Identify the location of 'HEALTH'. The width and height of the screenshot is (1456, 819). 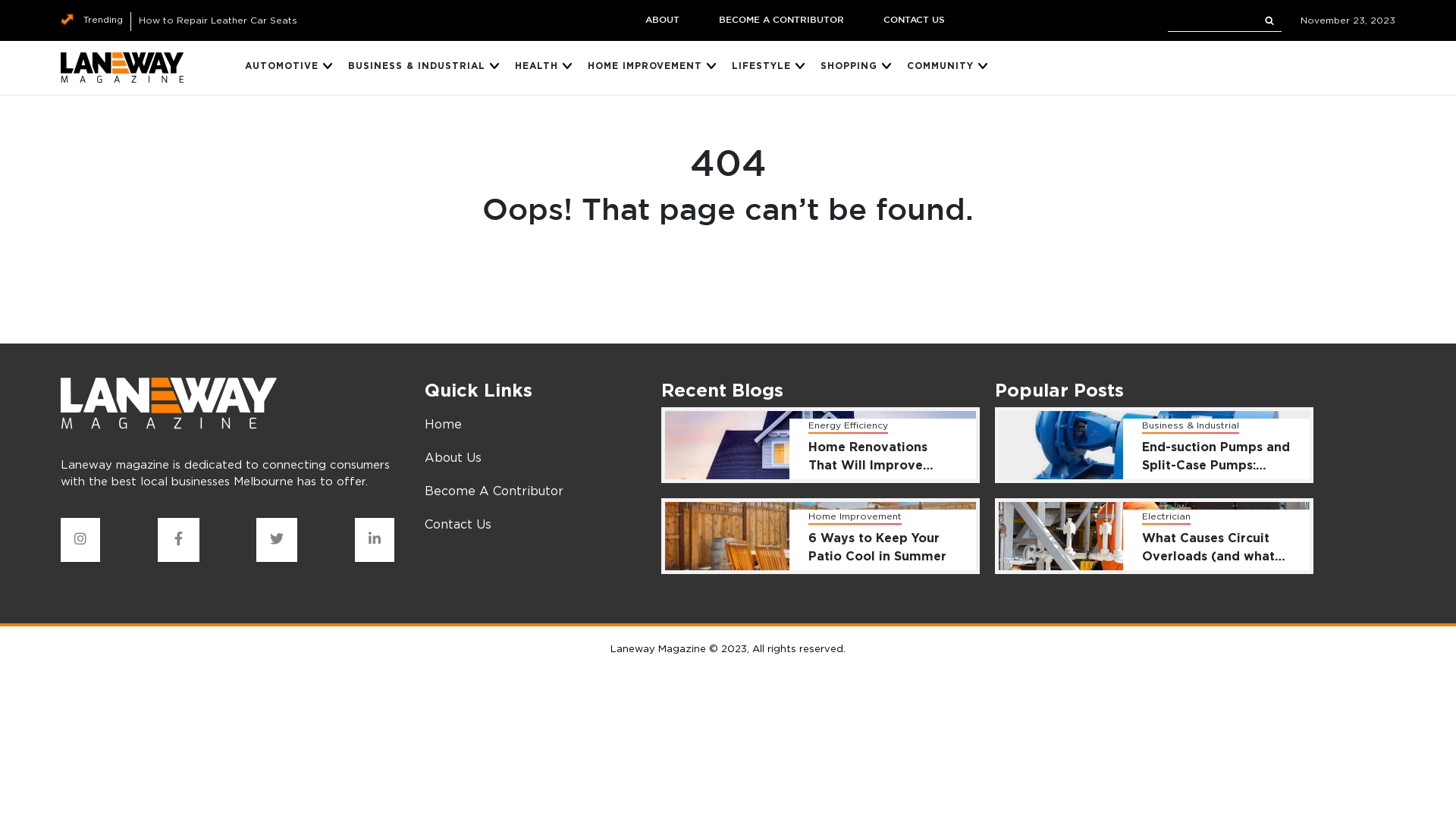
(536, 67).